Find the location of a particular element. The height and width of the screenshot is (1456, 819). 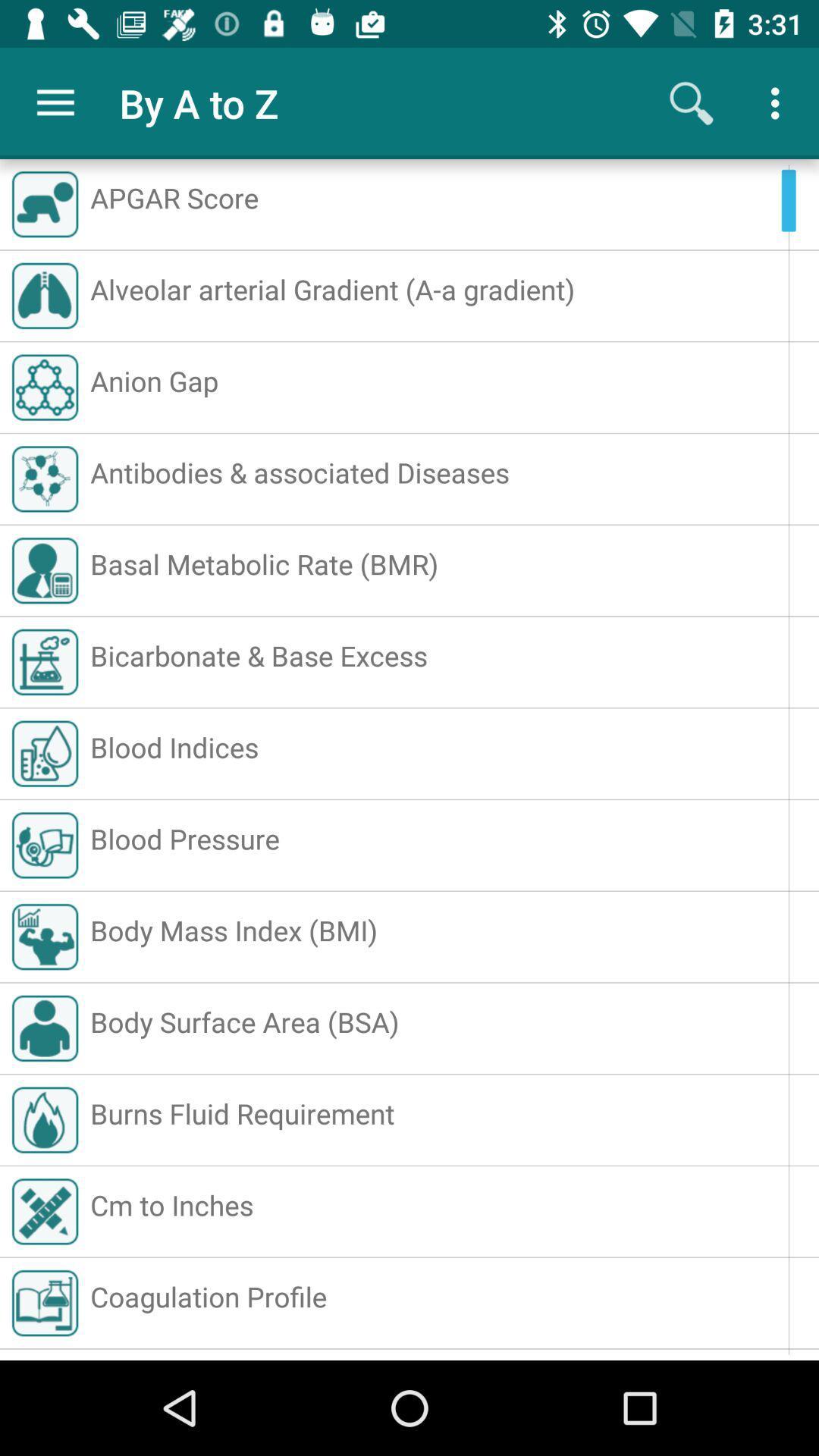

the icon which is next to body surface area bsa is located at coordinates (45, 1028).